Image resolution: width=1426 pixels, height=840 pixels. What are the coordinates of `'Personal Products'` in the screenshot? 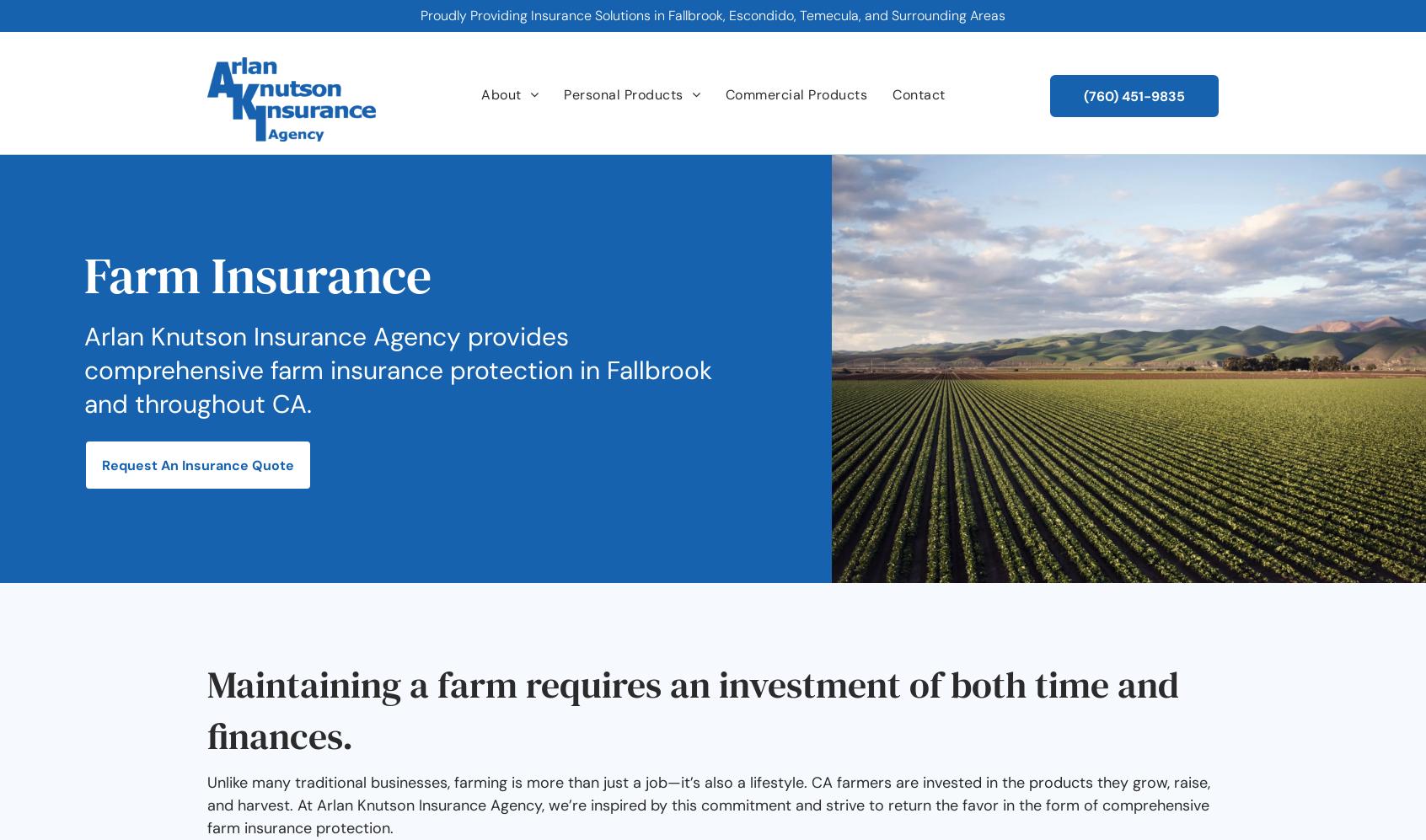 It's located at (622, 94).